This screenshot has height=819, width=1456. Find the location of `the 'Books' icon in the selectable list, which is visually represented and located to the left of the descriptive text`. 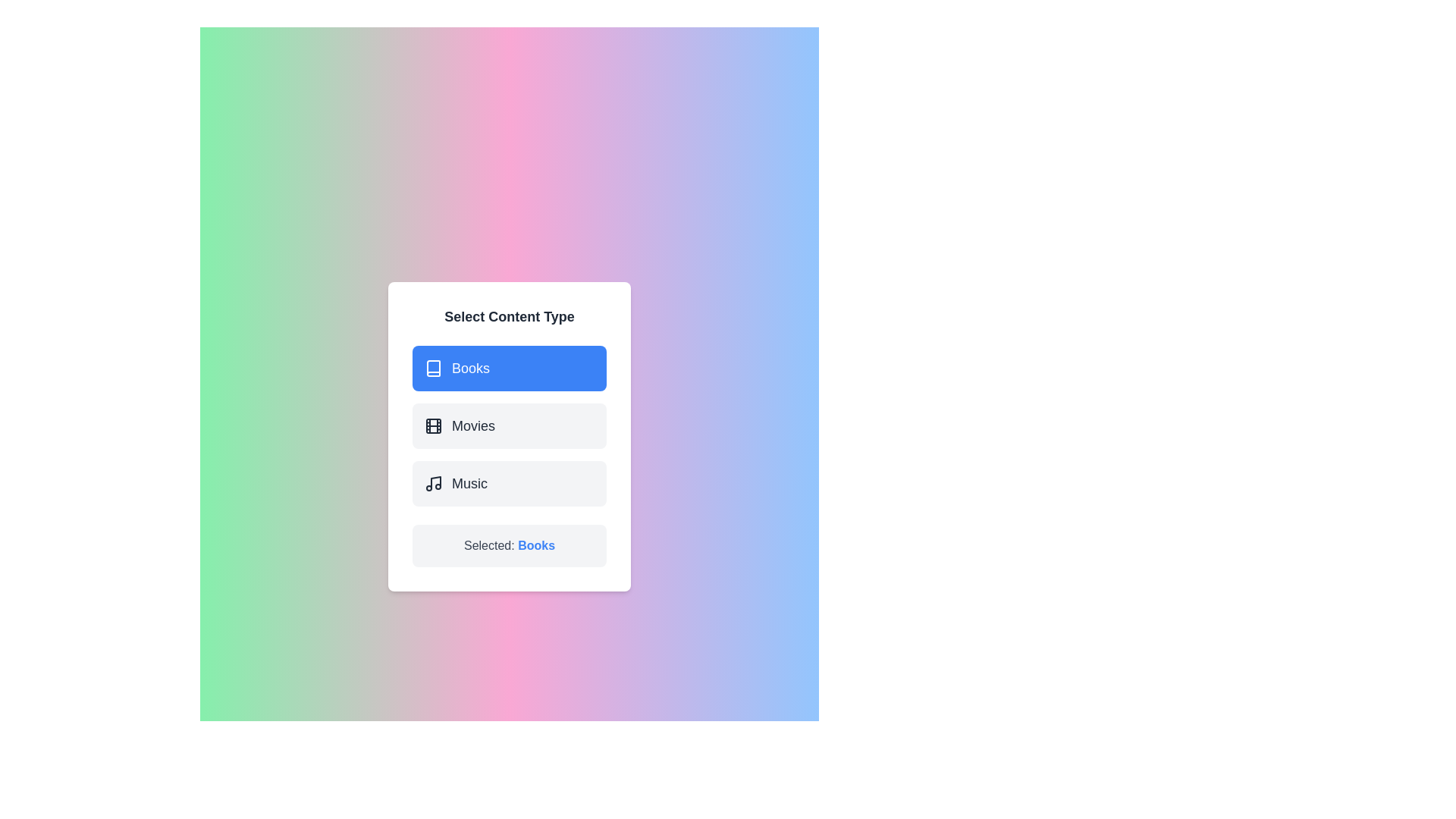

the 'Books' icon in the selectable list, which is visually represented and located to the left of the descriptive text is located at coordinates (432, 369).